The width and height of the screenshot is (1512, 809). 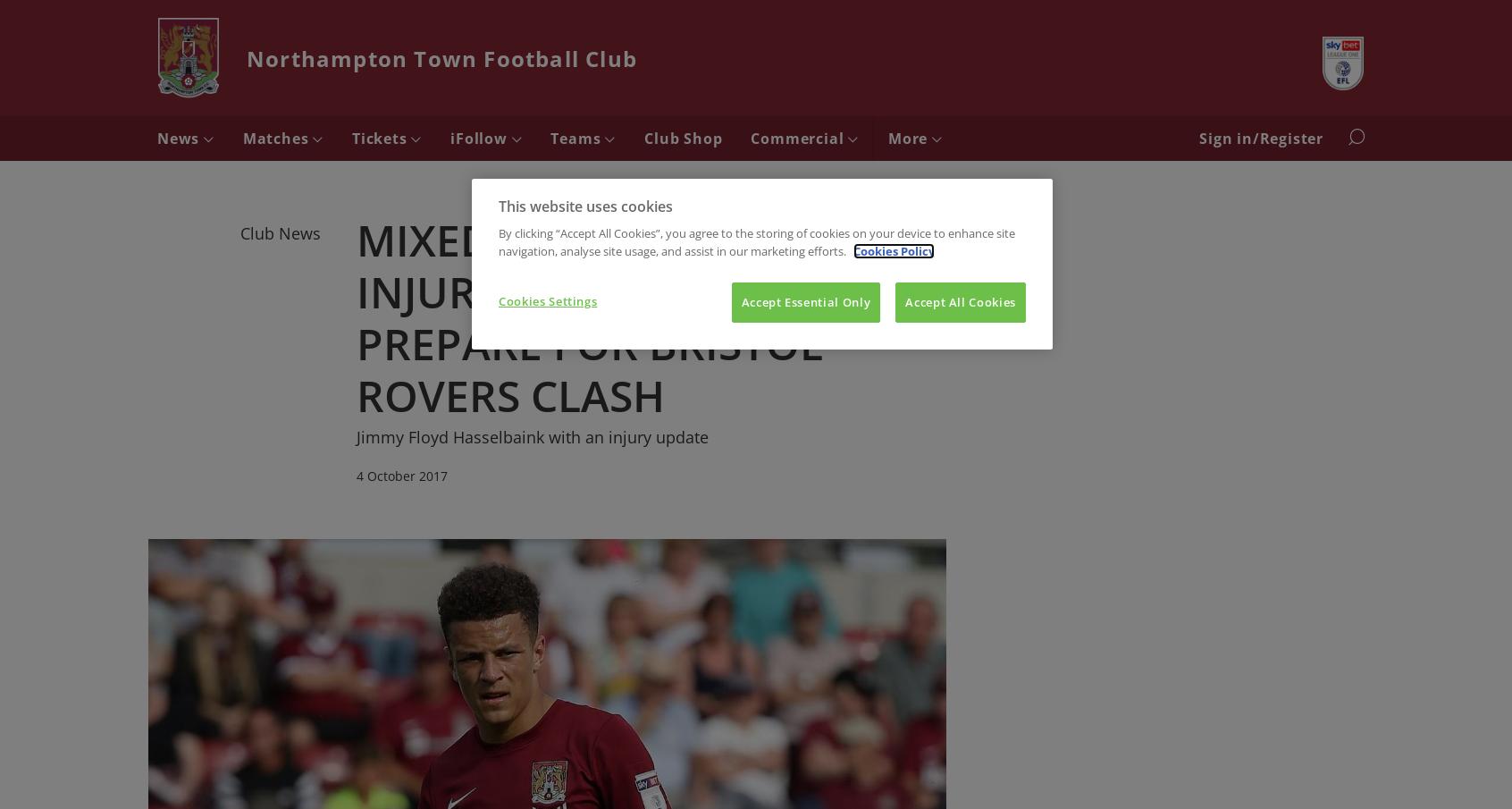 What do you see at coordinates (798, 139) in the screenshot?
I see `'Commercial'` at bounding box center [798, 139].